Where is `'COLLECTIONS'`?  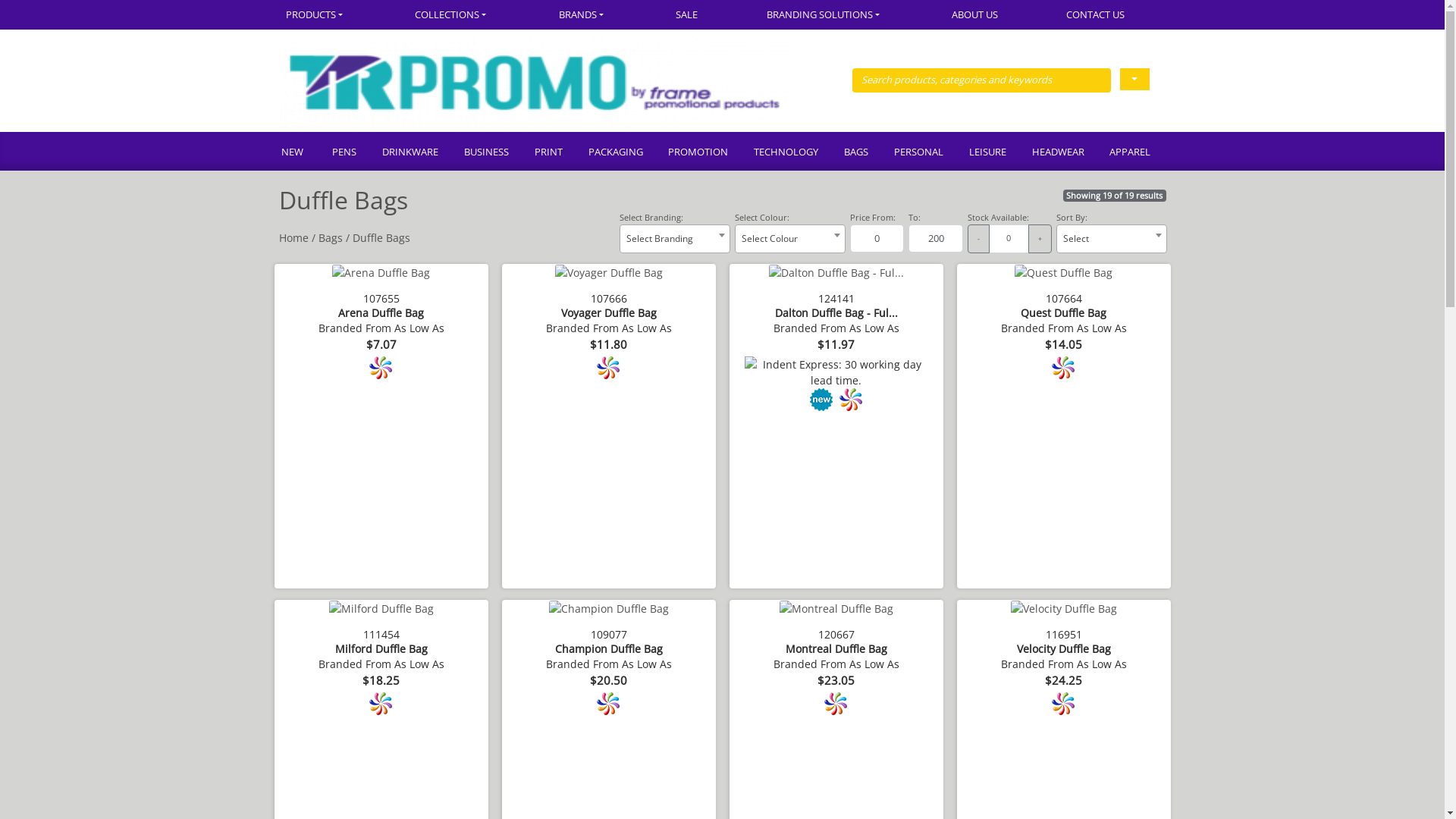 'COLLECTIONS' is located at coordinates (381, 14).